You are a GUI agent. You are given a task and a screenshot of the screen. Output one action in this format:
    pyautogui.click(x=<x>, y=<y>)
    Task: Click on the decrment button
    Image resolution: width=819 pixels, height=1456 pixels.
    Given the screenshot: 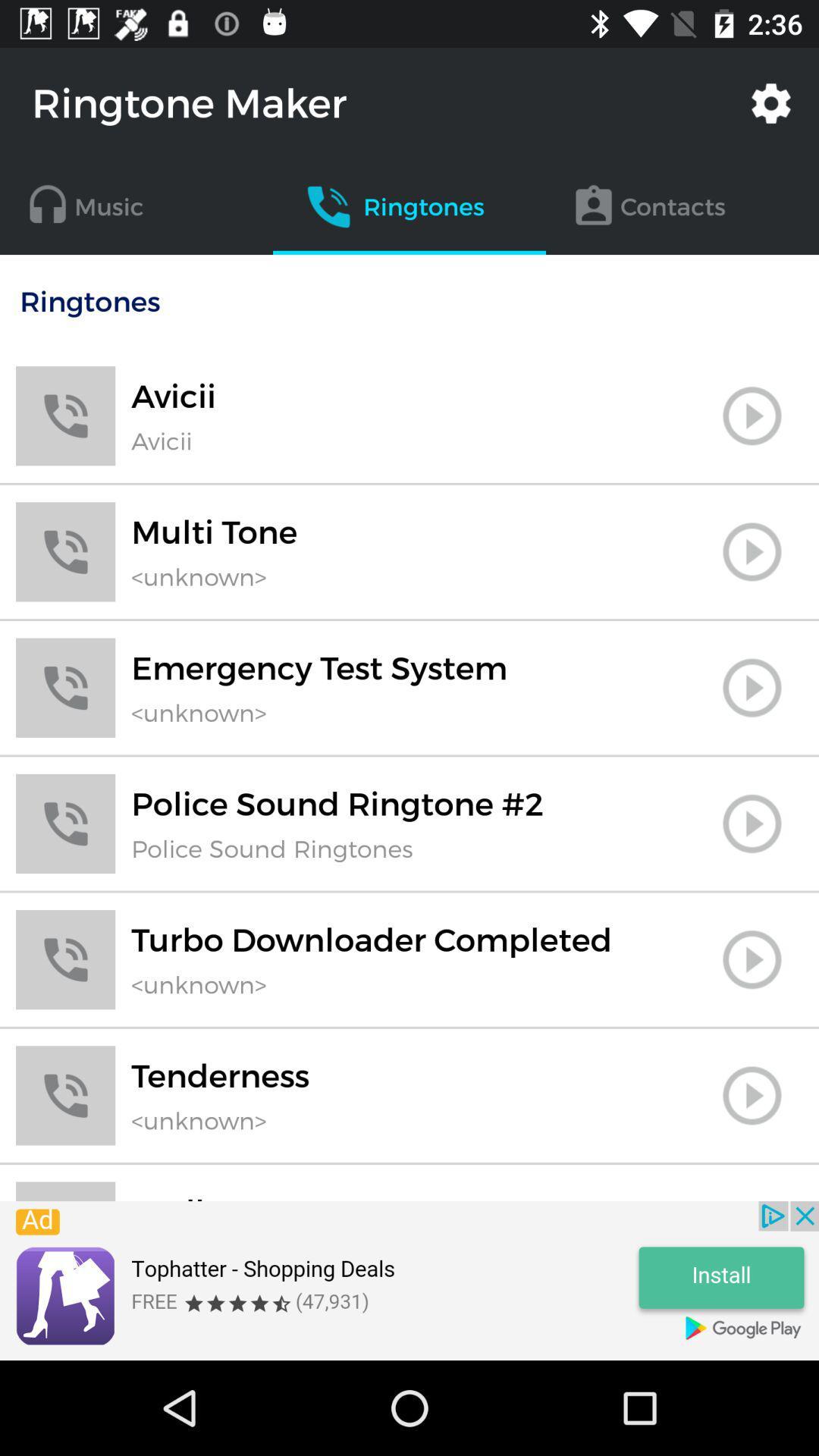 What is the action you would take?
    pyautogui.click(x=752, y=1197)
    